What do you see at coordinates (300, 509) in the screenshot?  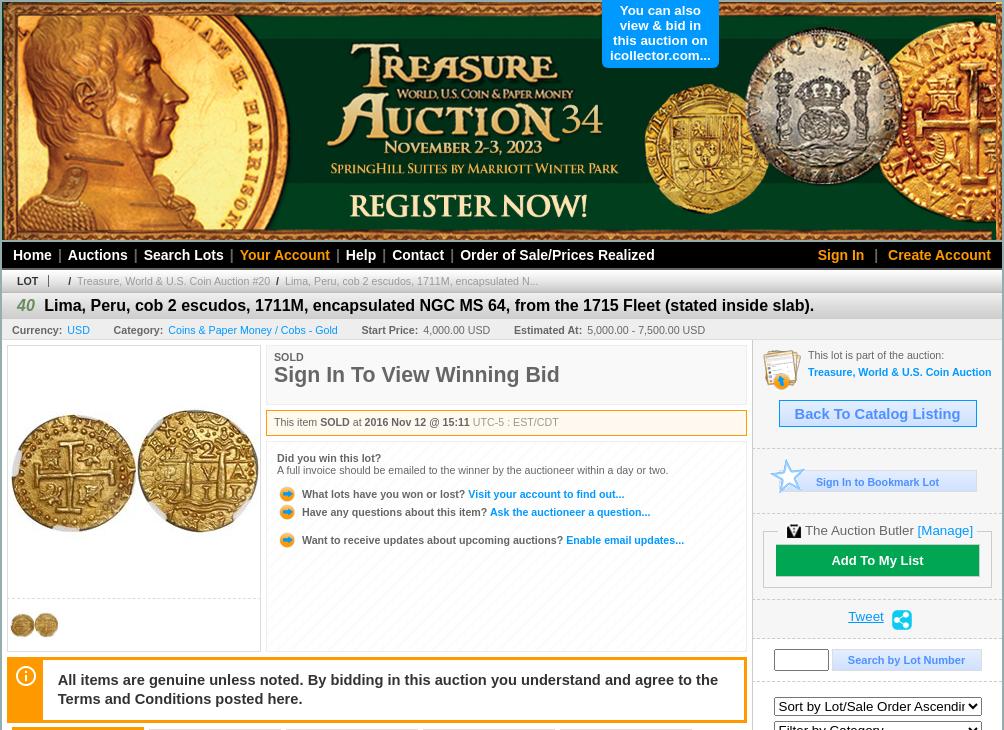 I see `'Have any questions about this item?'` at bounding box center [300, 509].